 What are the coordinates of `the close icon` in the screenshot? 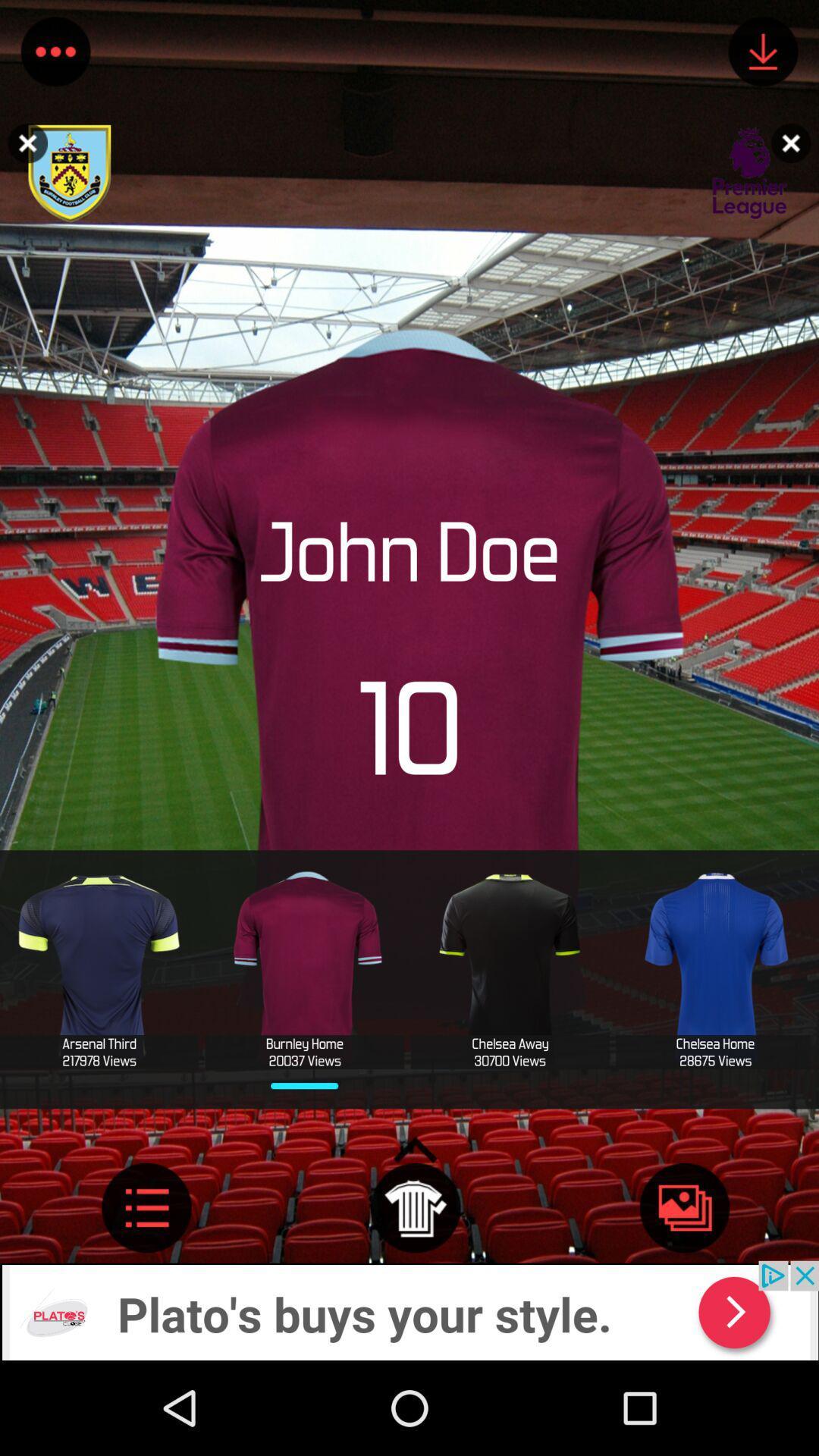 It's located at (794, 143).